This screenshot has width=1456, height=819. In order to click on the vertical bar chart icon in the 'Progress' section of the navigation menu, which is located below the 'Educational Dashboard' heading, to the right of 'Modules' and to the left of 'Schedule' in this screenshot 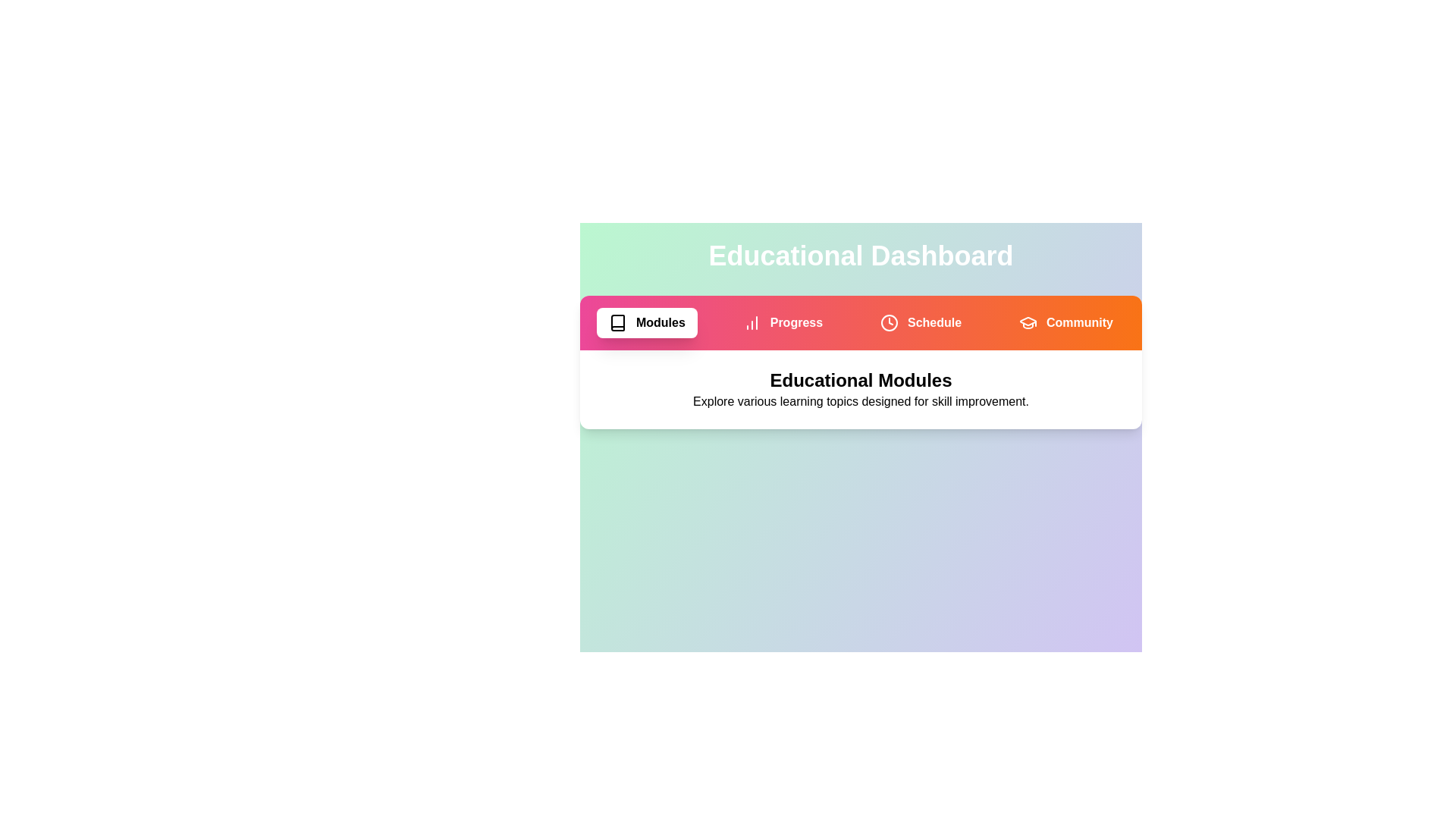, I will do `click(752, 322)`.